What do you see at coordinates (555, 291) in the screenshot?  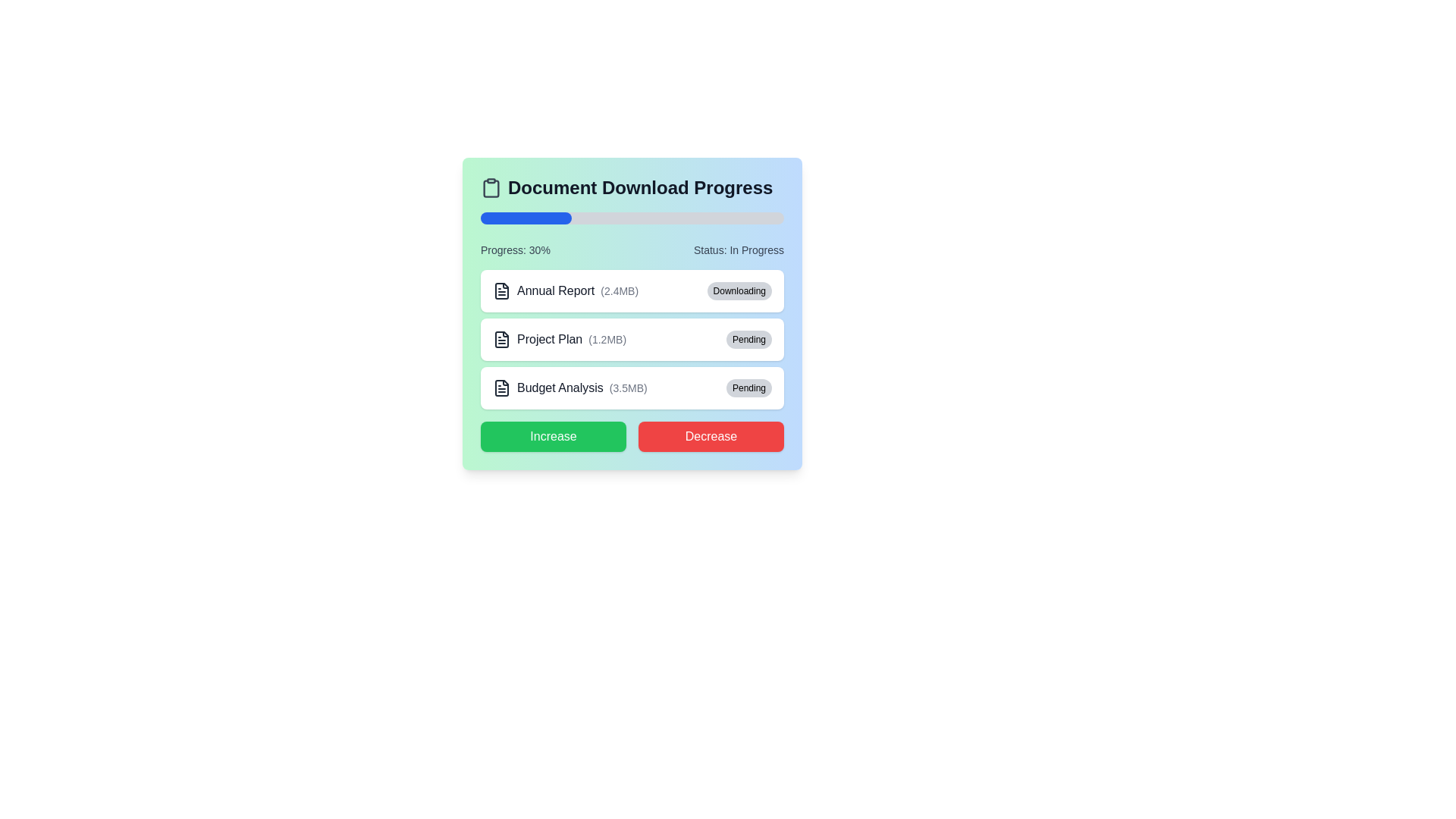 I see `the text label displaying 'Annual Report', which is styled with the class 'text-gray-900' and is located in the 'Document Download Progress' panel, positioned between a file icon and the file size '(2.4MB)'` at bounding box center [555, 291].